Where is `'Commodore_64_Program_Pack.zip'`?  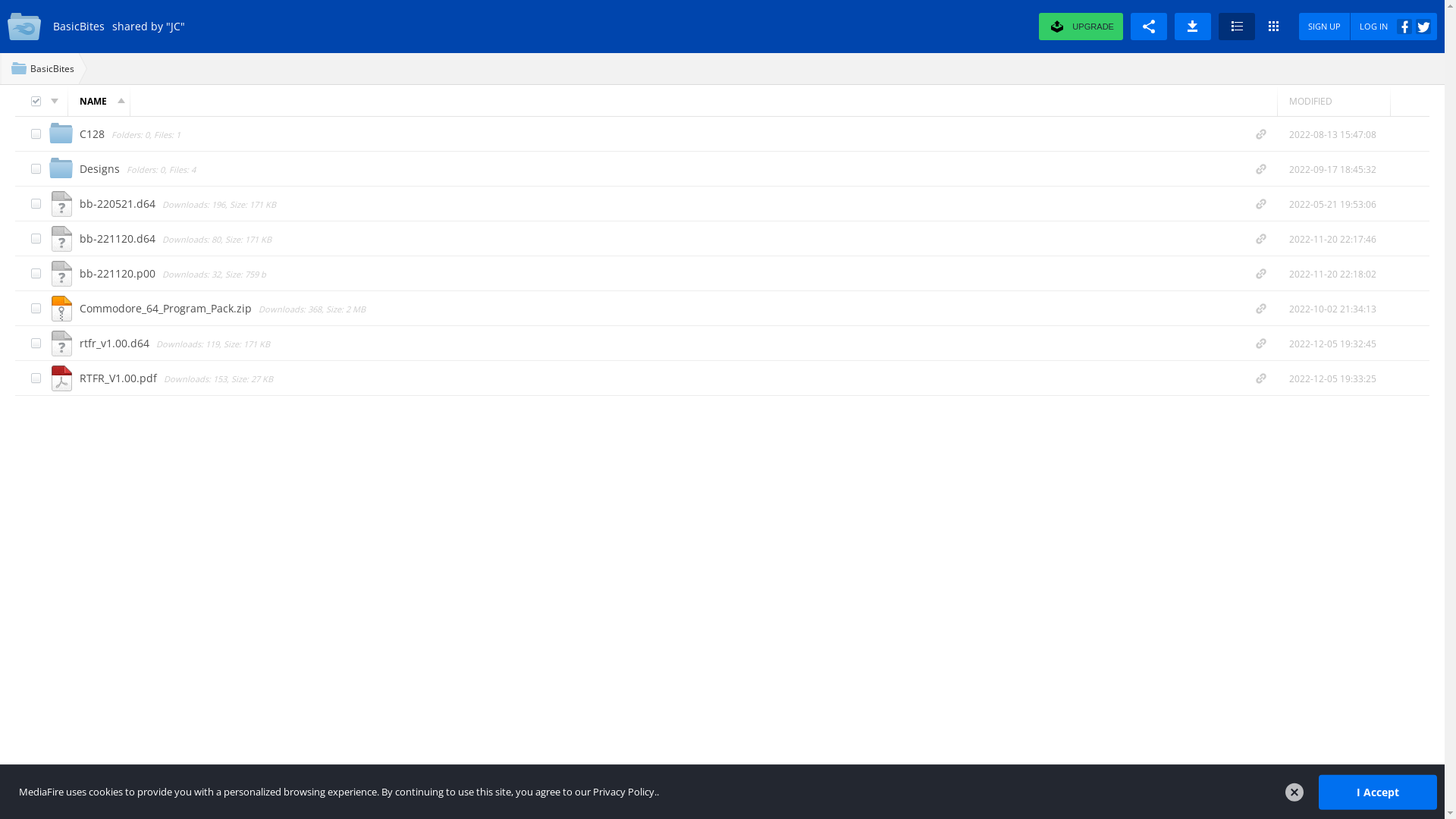 'Commodore_64_Program_Pack.zip' is located at coordinates (167, 307).